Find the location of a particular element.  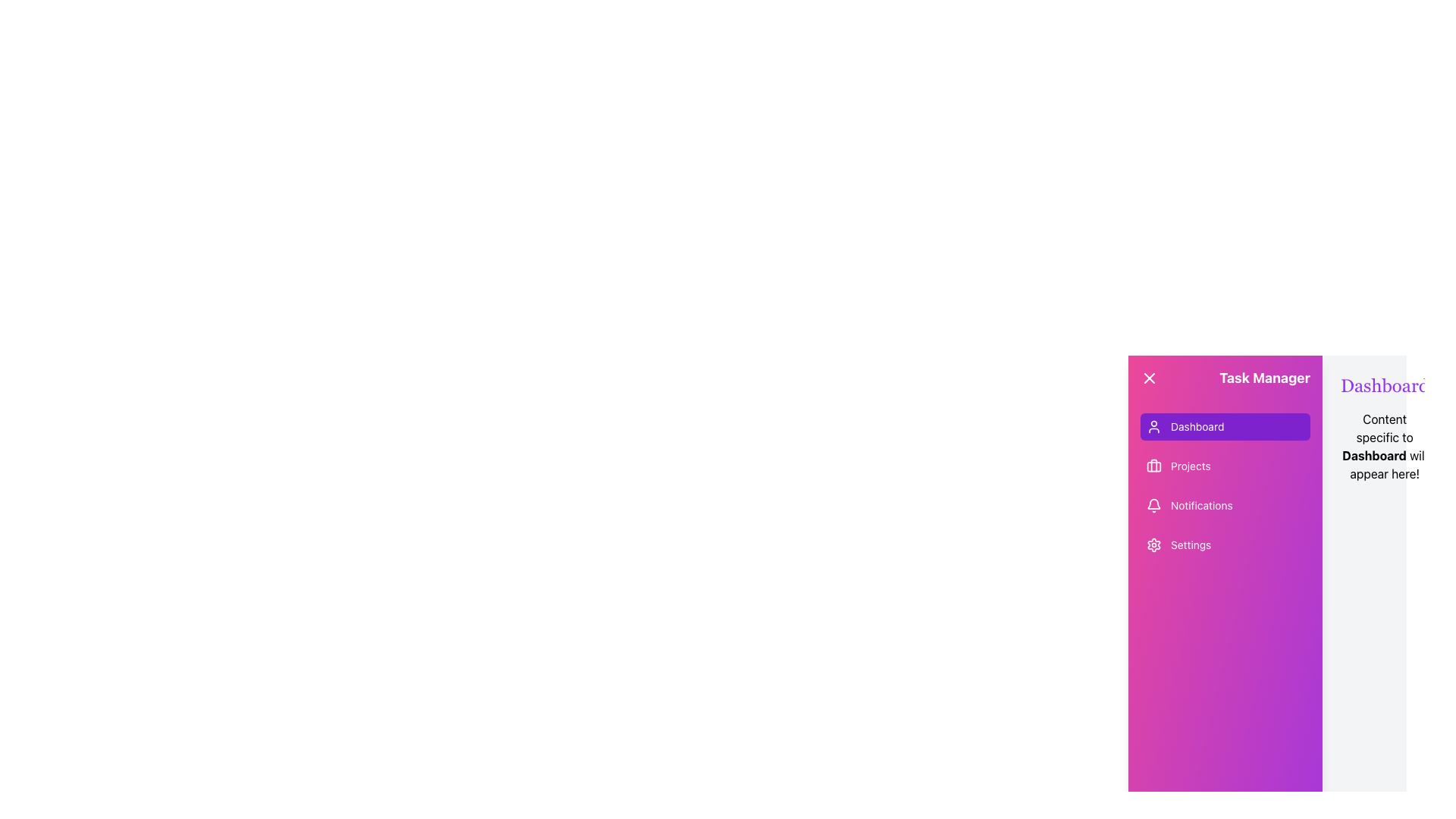

the 'Task Manager' text label, which is styled in bold, white text against a pink to purple gradient background, located in the header area of the sidebar is located at coordinates (1225, 377).